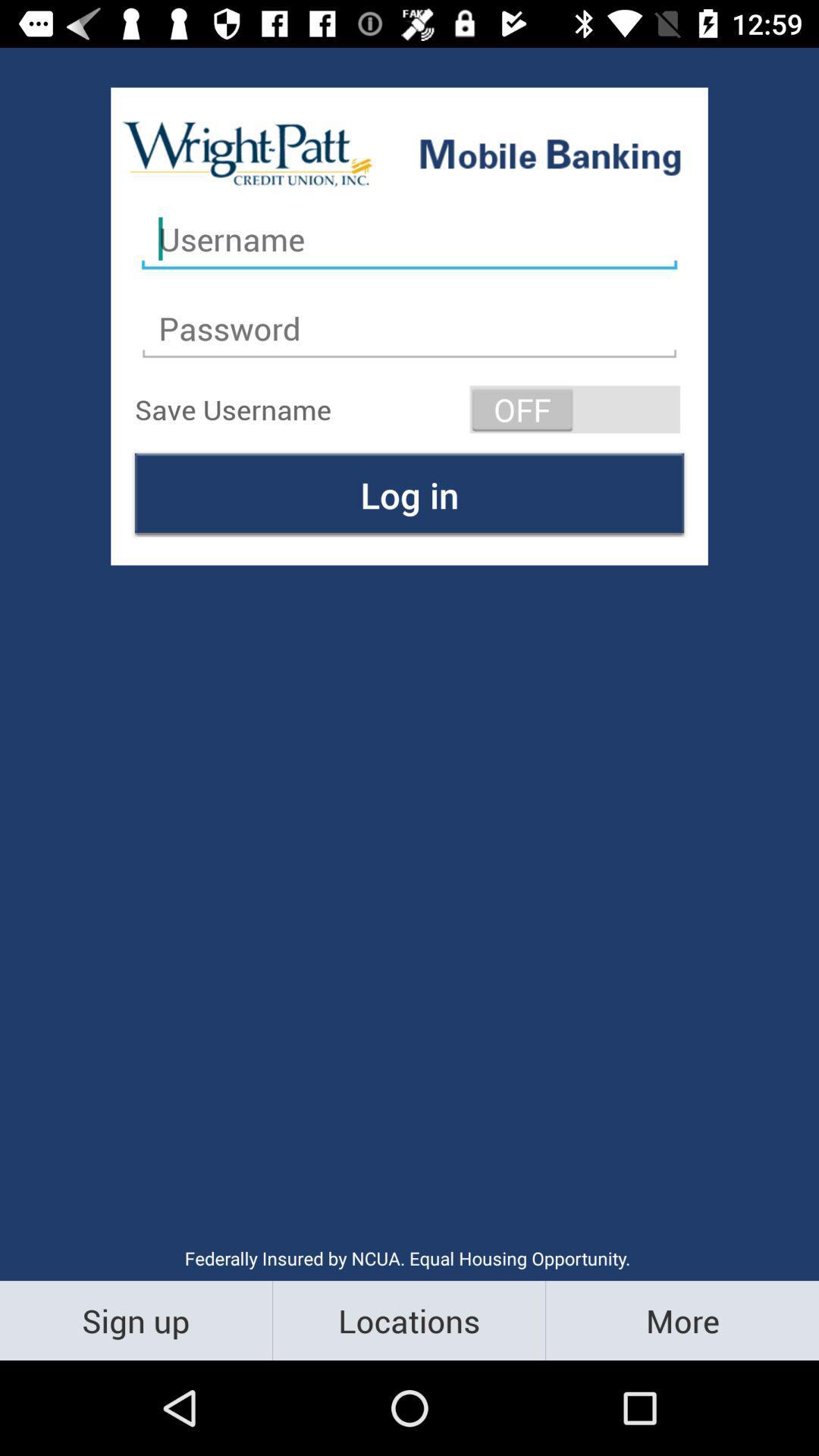  Describe the element at coordinates (408, 1319) in the screenshot. I see `the icon below the federally insured by item` at that location.